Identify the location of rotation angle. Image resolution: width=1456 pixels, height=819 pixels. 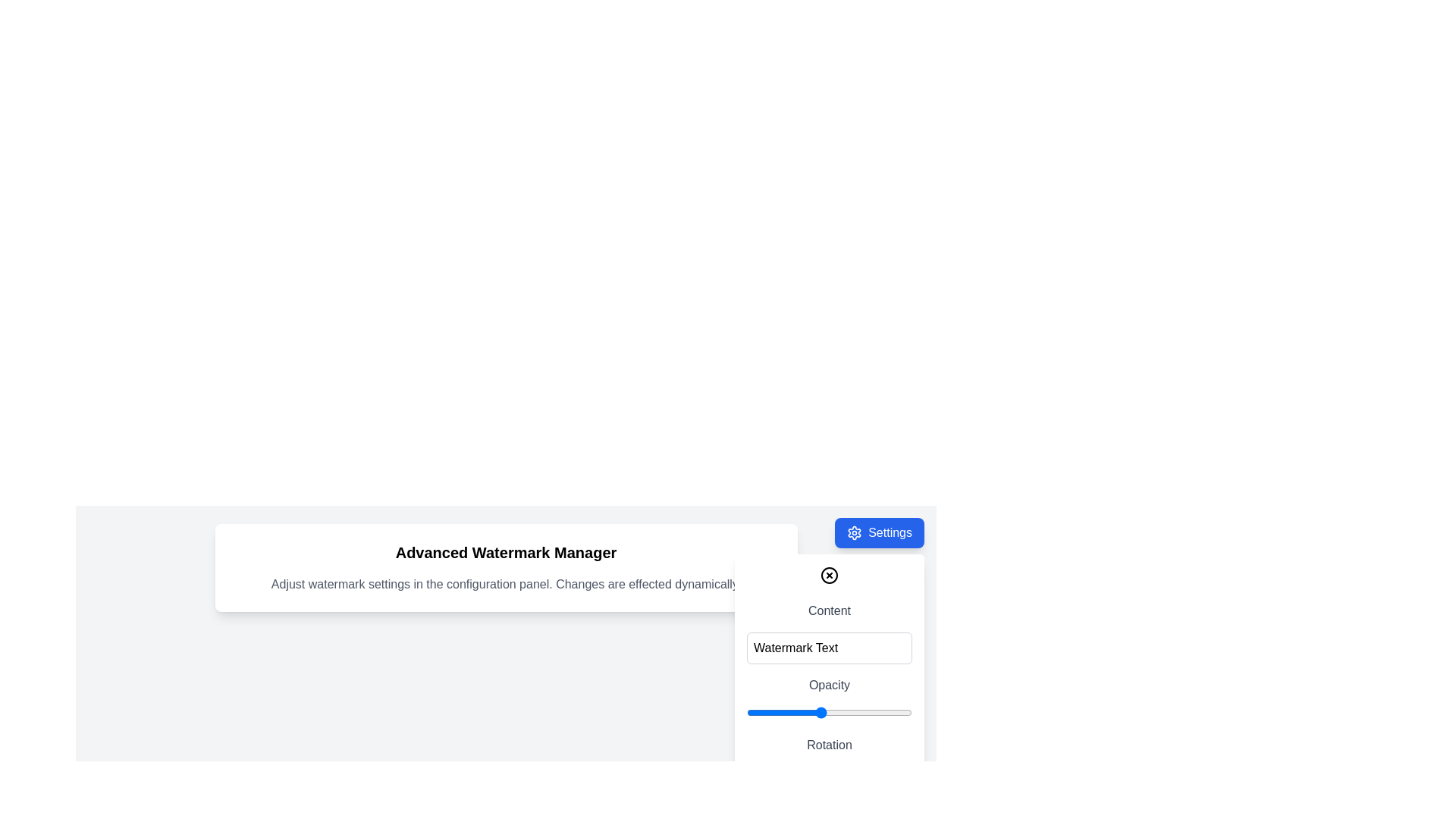
(783, 772).